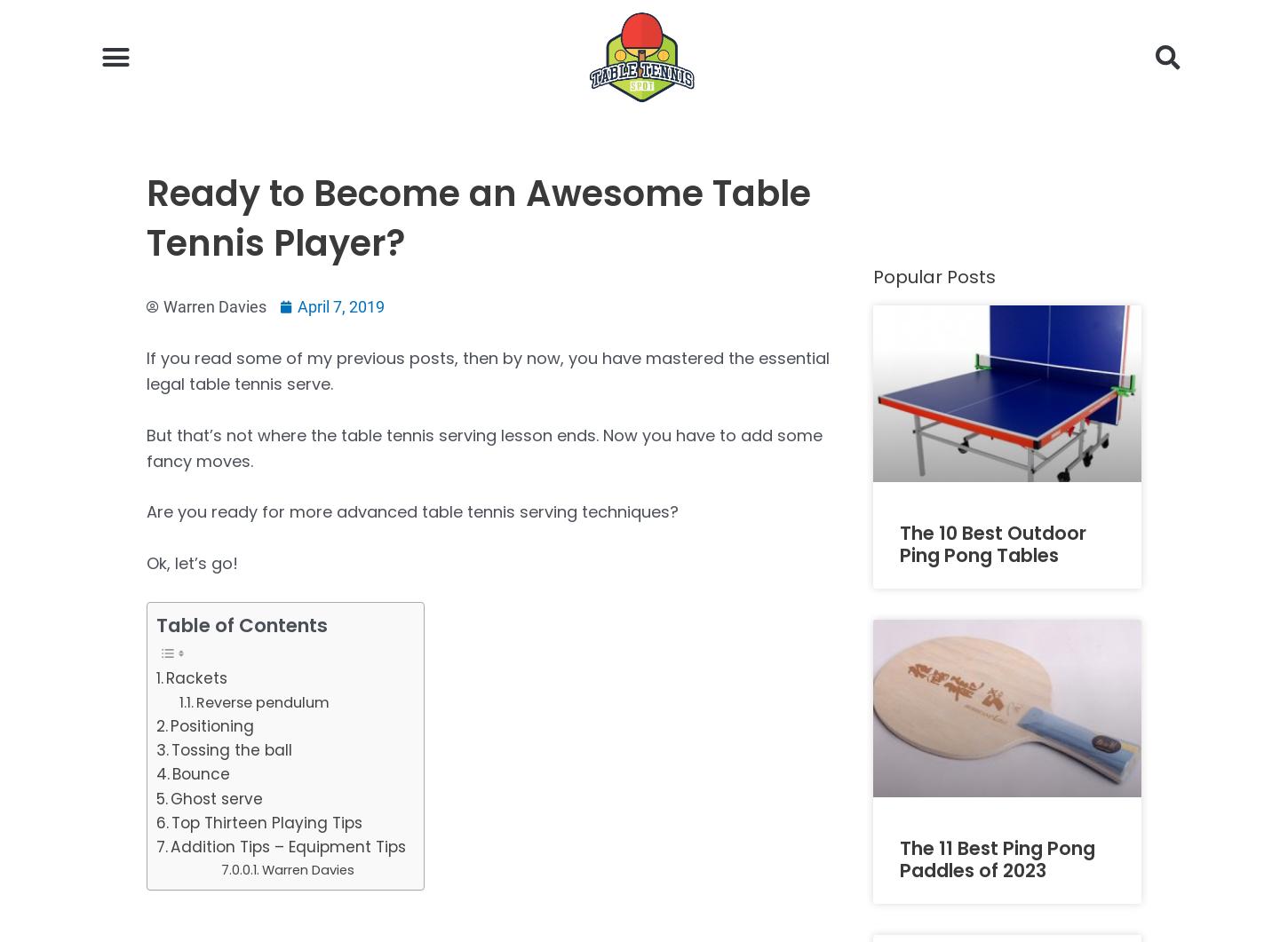  Describe the element at coordinates (146, 511) in the screenshot. I see `'Are you ready for more advanced table tennis serving techniques?'` at that location.